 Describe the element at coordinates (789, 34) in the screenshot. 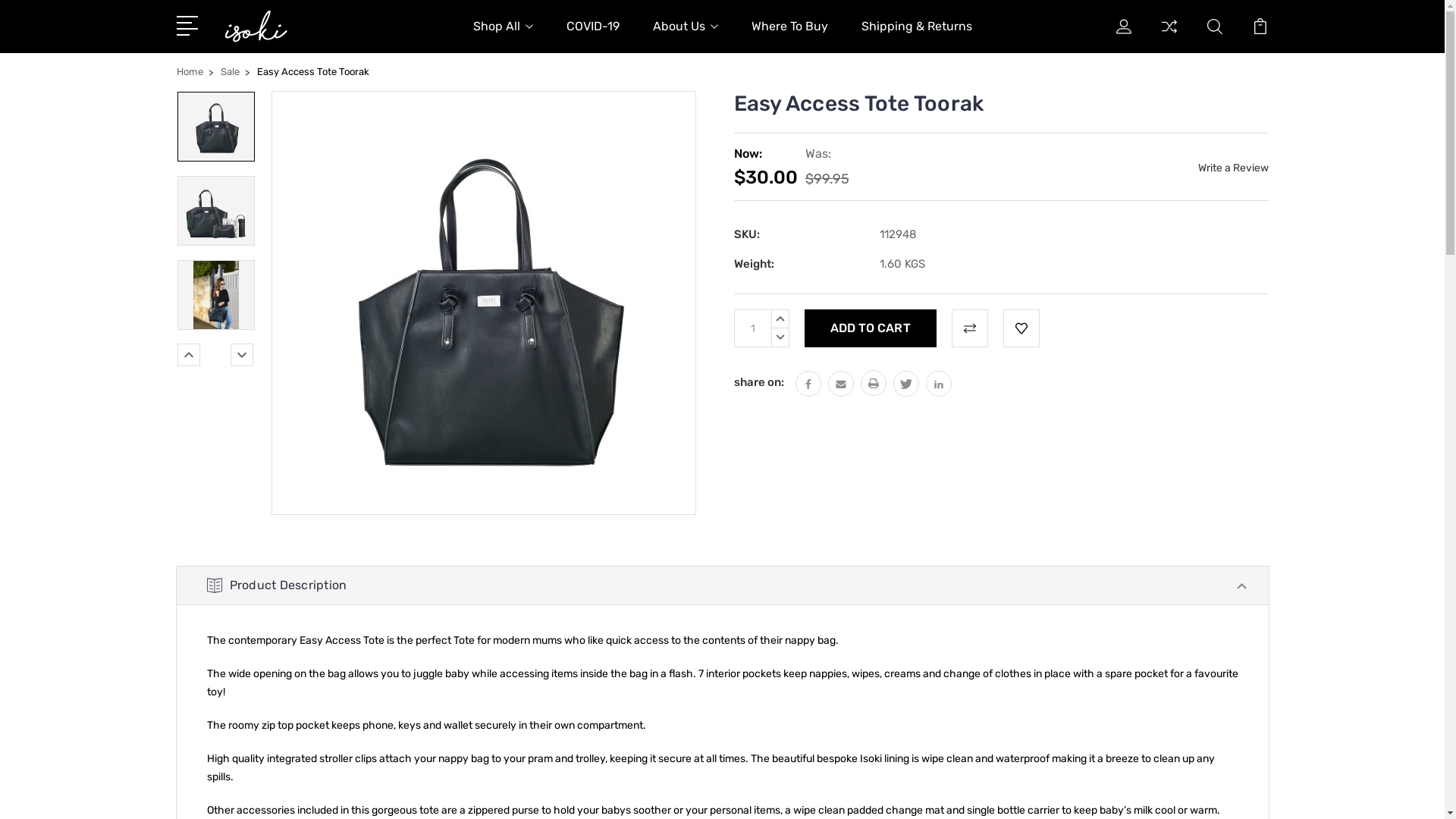

I see `'Where To Buy'` at that location.